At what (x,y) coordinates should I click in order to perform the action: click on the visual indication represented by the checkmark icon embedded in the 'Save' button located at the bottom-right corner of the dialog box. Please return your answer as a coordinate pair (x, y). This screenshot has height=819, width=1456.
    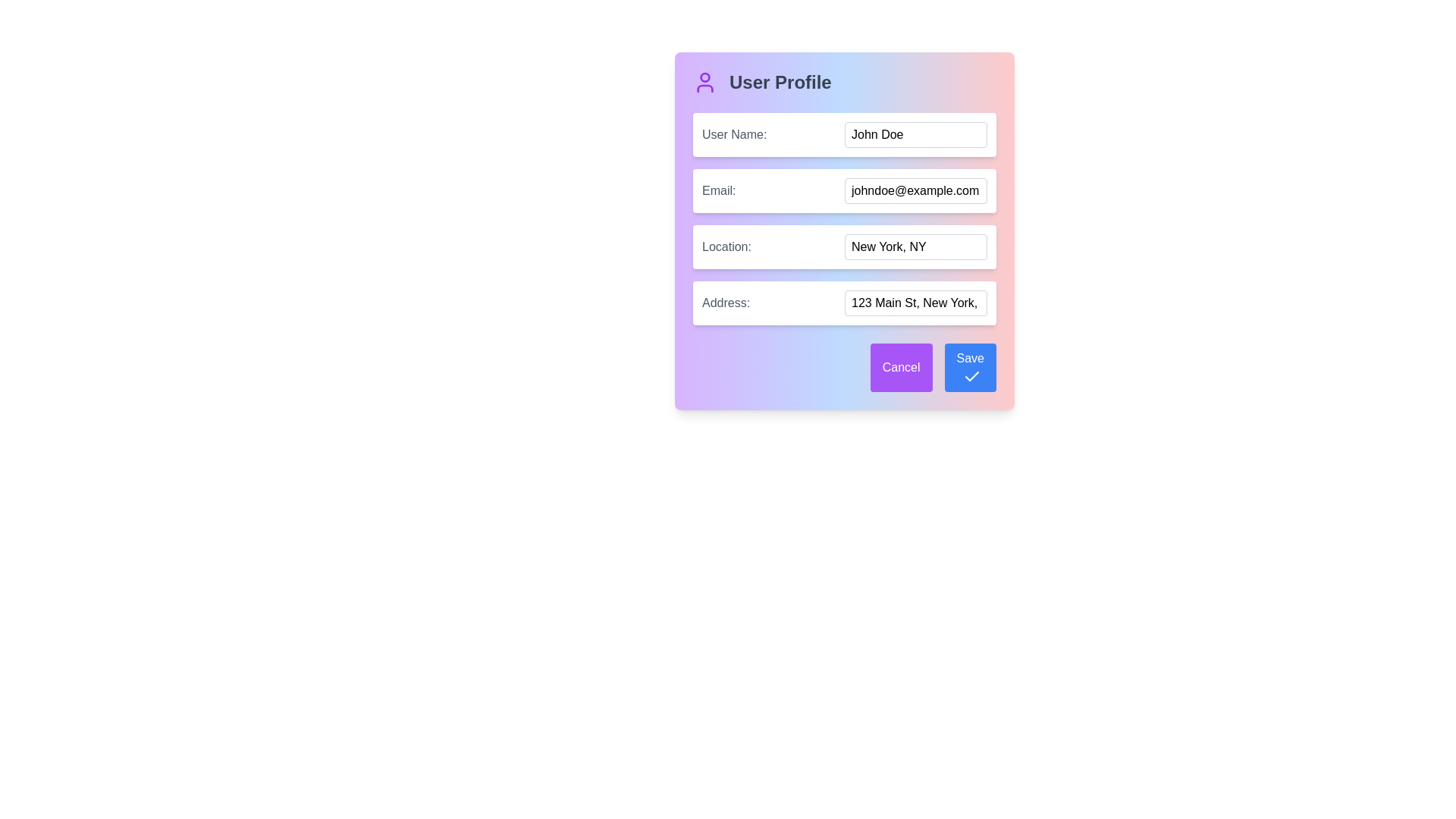
    Looking at the image, I should click on (971, 375).